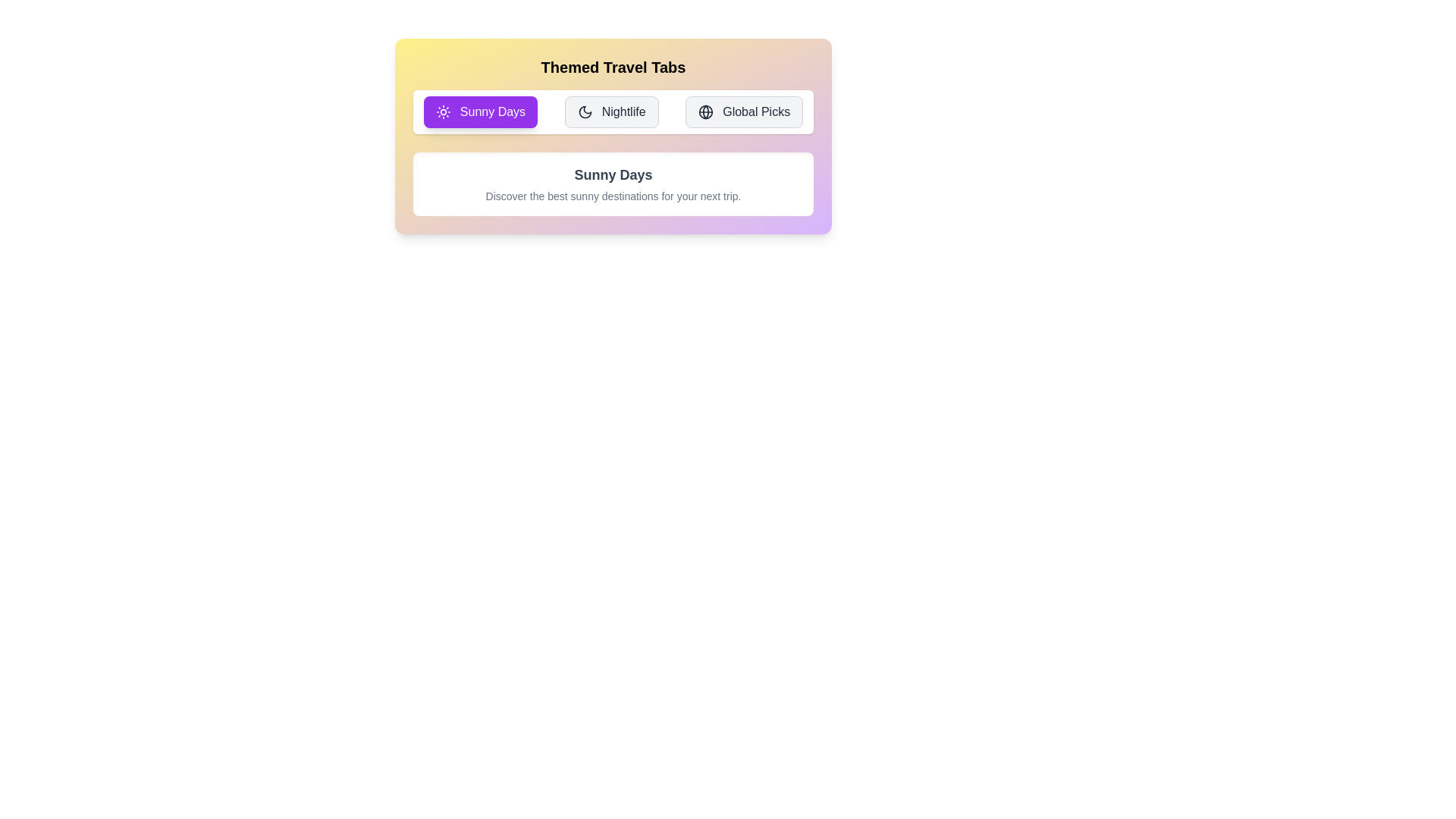  Describe the element at coordinates (611, 111) in the screenshot. I see `the Nightlife tab` at that location.